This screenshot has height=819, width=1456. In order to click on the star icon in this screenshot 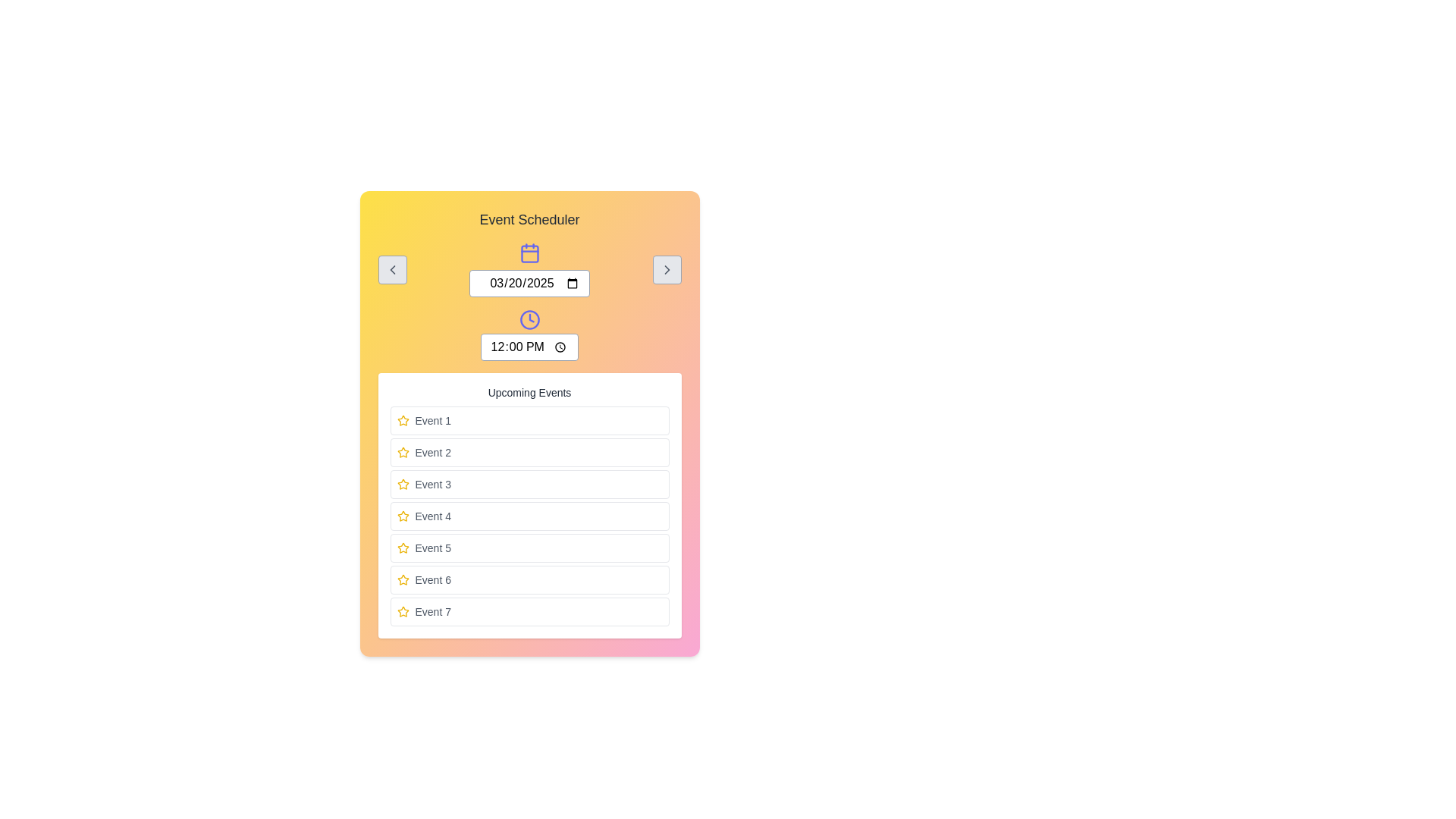, I will do `click(403, 515)`.